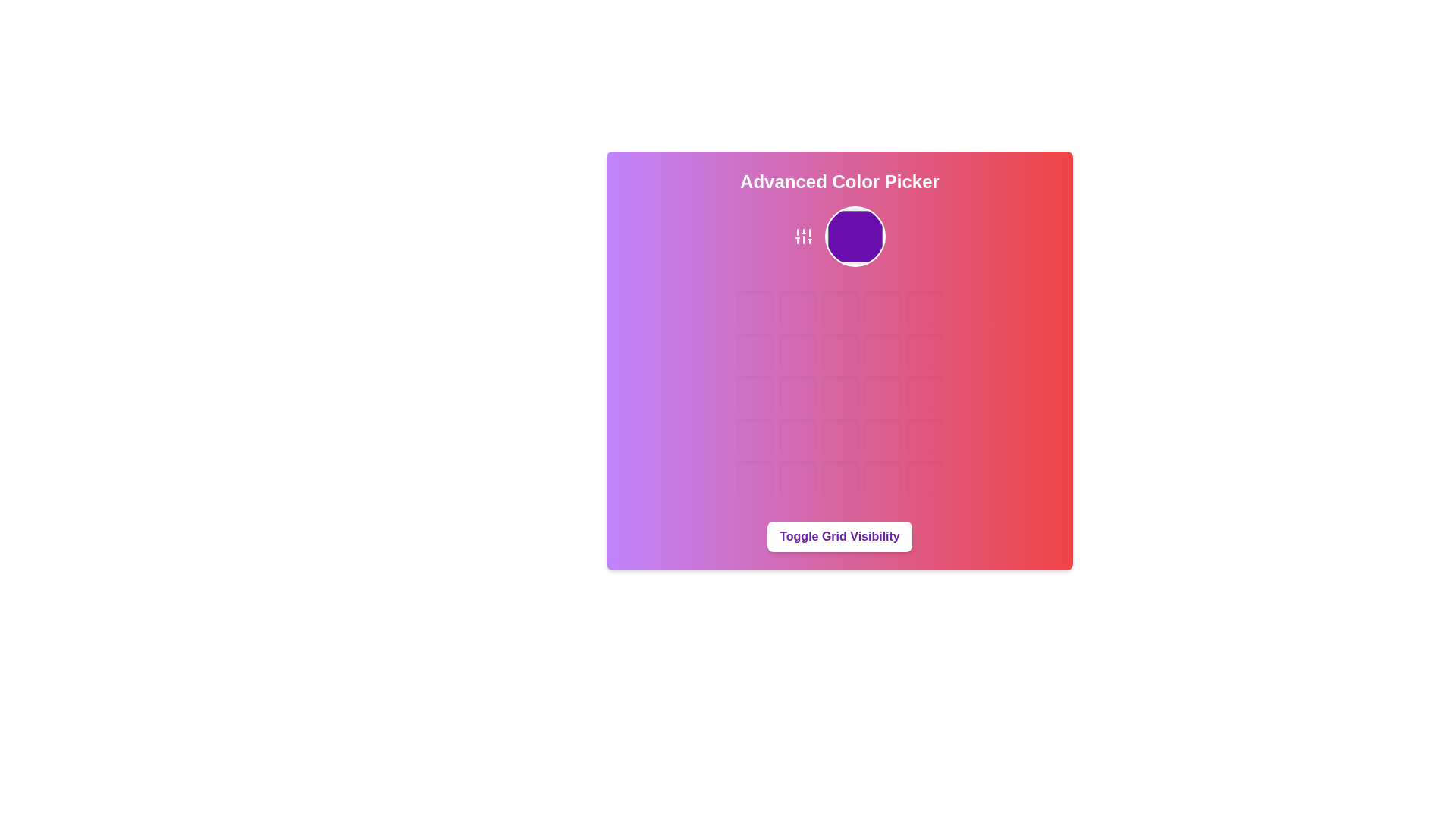  Describe the element at coordinates (796, 394) in the screenshot. I see `the Interactive Grid Cell element located in the third row and second column of the 5x5 grid layout` at that location.